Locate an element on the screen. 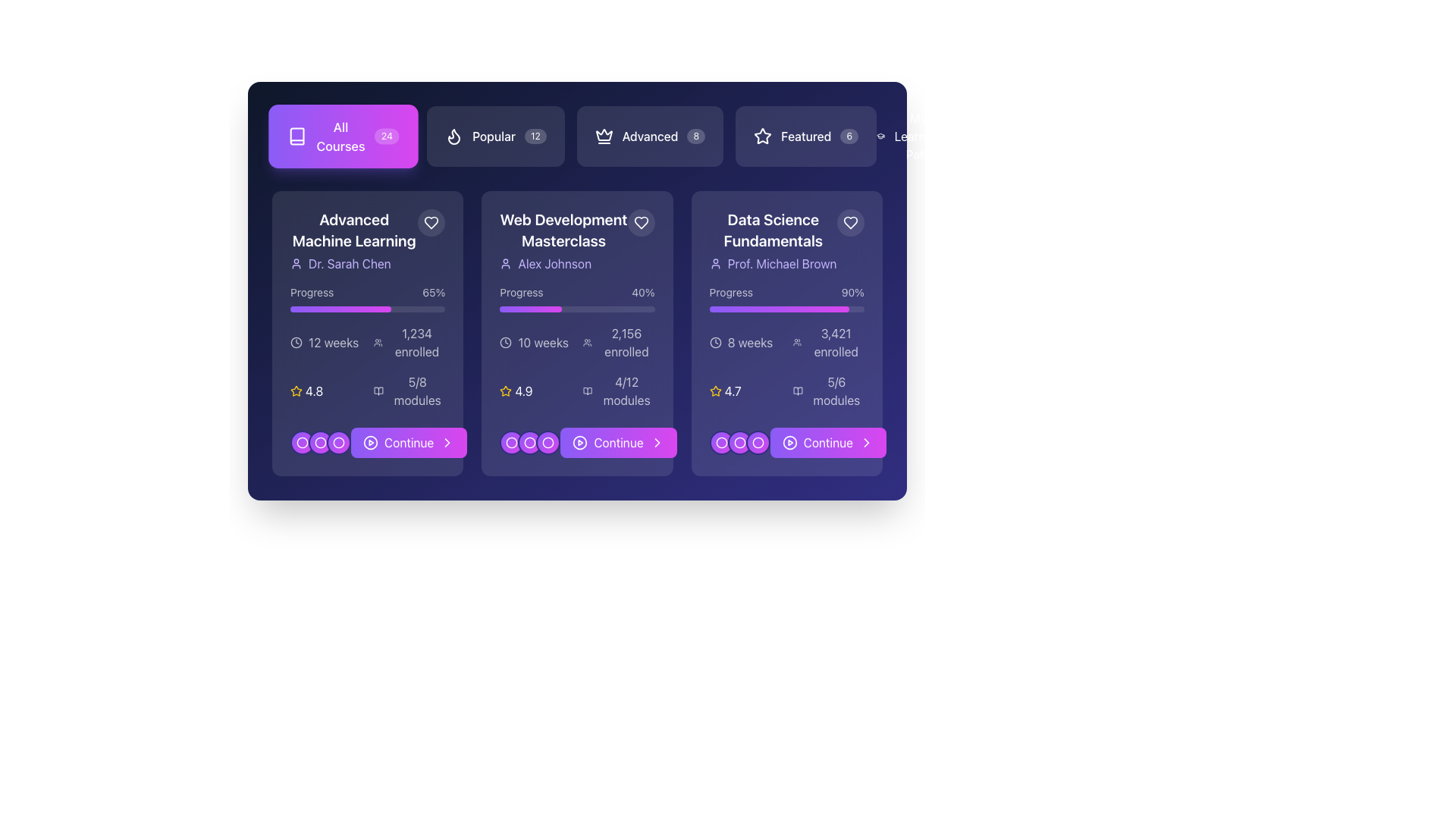 Image resolution: width=1456 pixels, height=819 pixels. the progress tracker element displaying 'Progress 40%' which indicates 40% completion of the task is located at coordinates (576, 298).